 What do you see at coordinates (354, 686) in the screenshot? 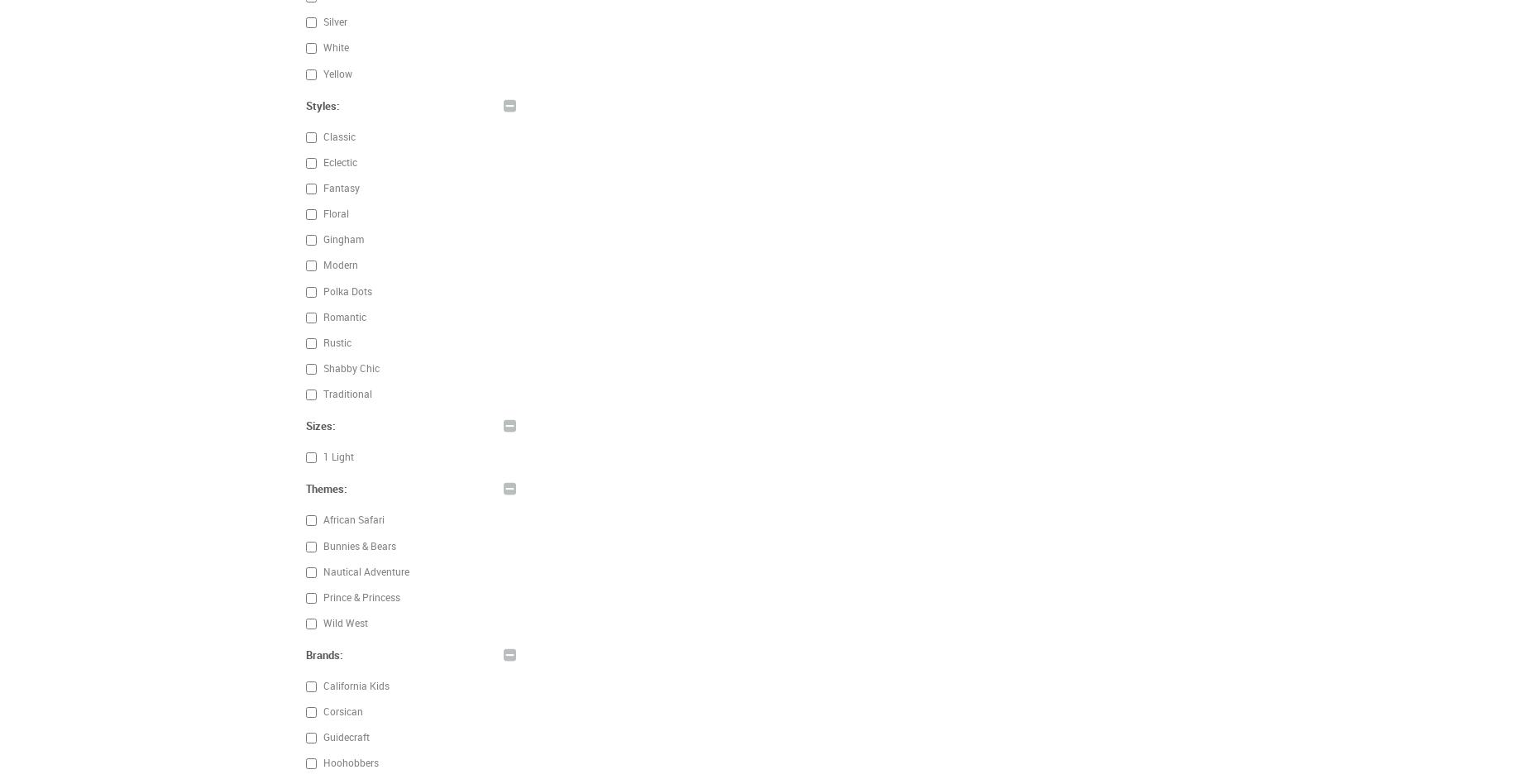
I see `'California Kids'` at bounding box center [354, 686].